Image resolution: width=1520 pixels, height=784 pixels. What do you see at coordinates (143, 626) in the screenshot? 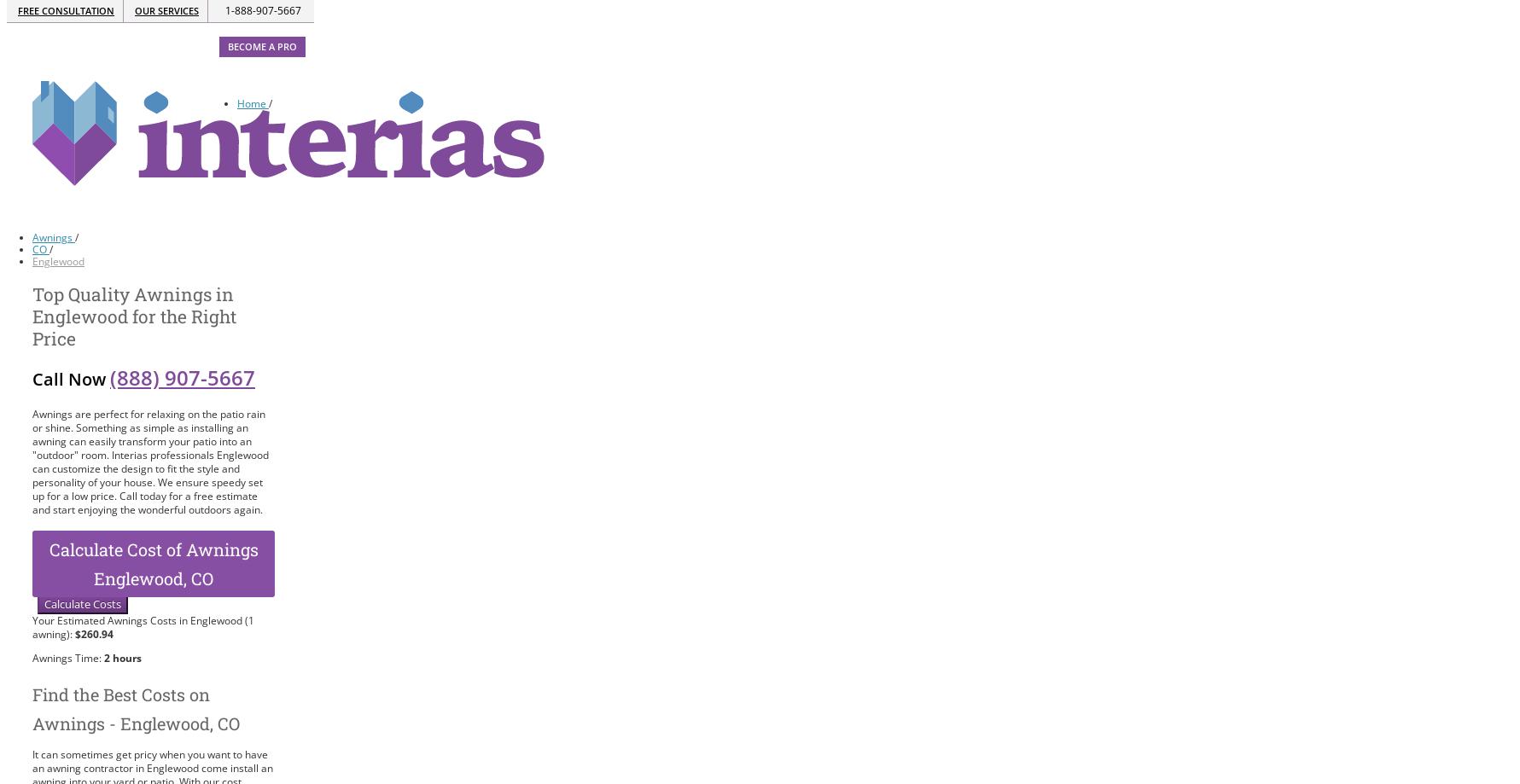
I see `'Your Estimated Awnings Costs in Englewood (1 awning):'` at bounding box center [143, 626].